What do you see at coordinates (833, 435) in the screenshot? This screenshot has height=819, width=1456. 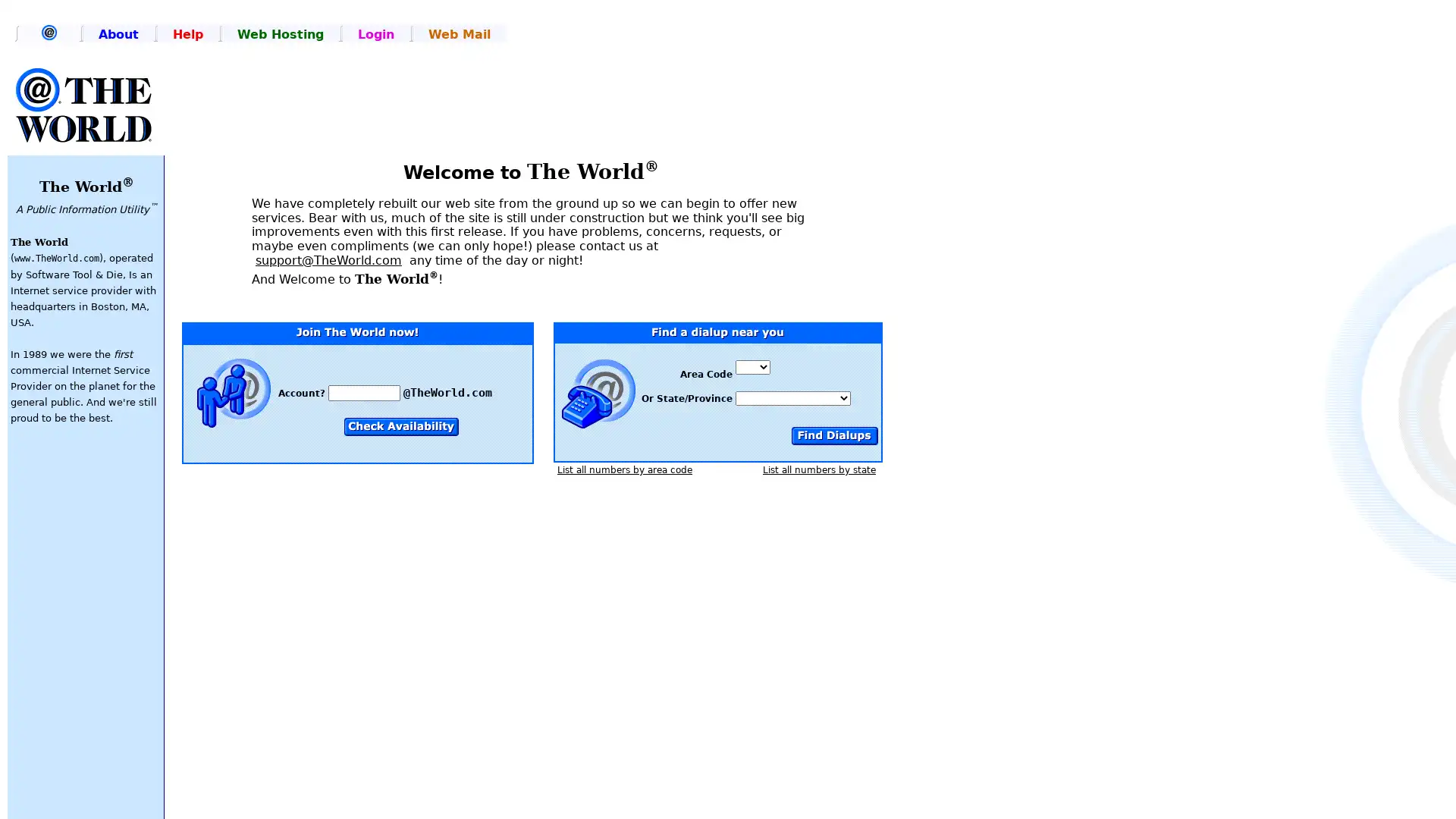 I see `Submit` at bounding box center [833, 435].